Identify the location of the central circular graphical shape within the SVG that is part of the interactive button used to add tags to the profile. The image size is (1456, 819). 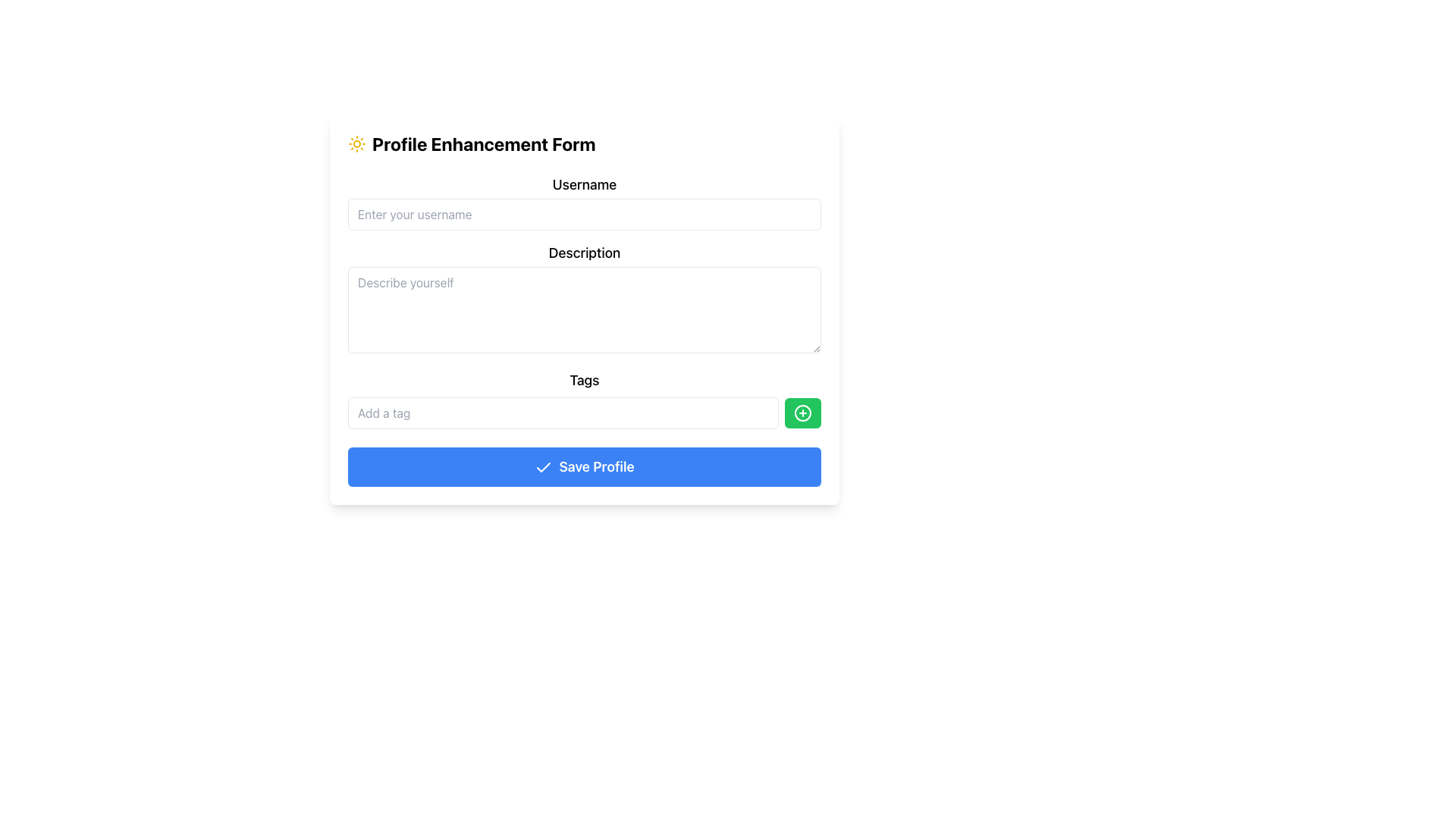
(802, 413).